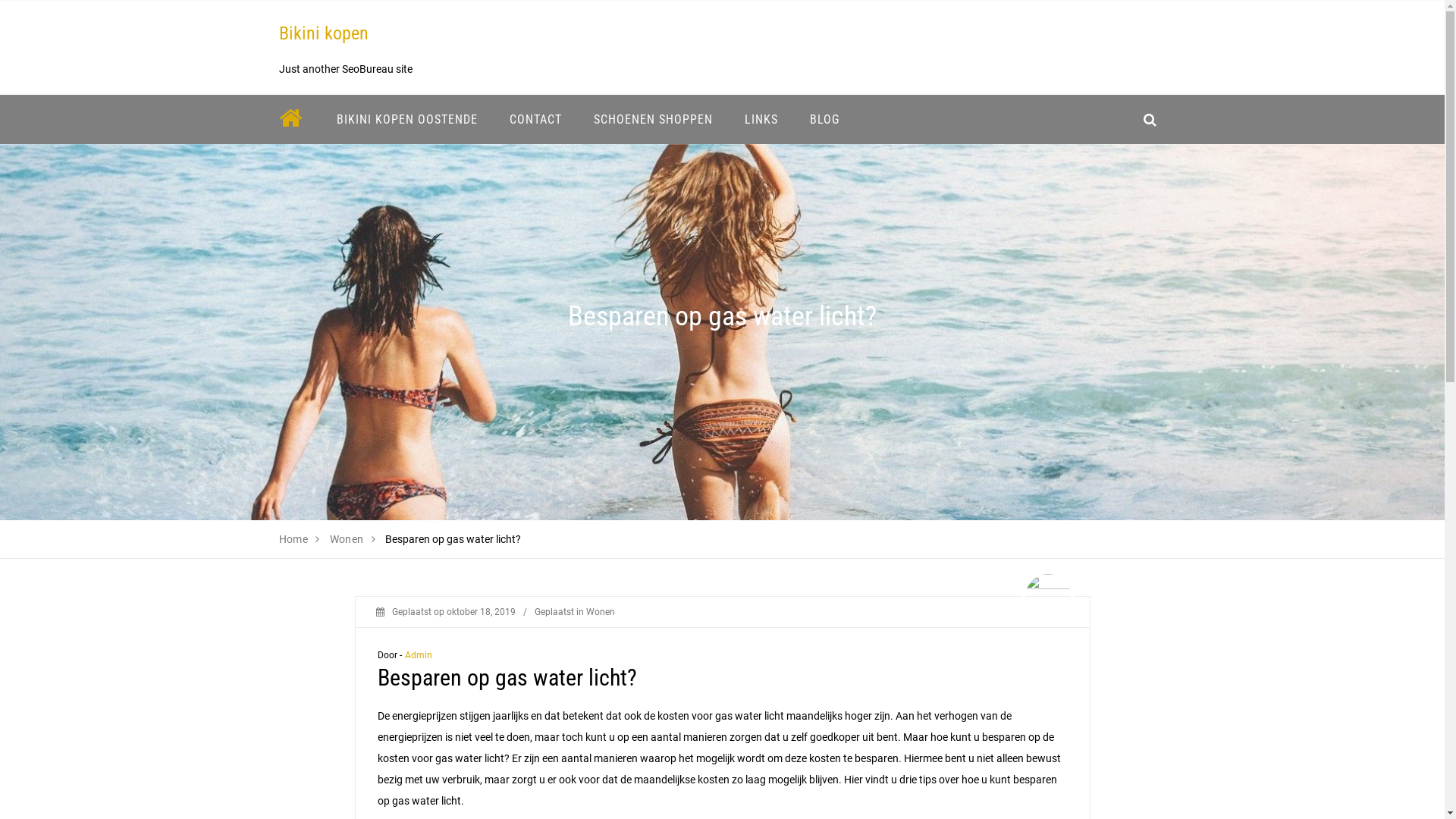  What do you see at coordinates (761, 118) in the screenshot?
I see `'LINKS'` at bounding box center [761, 118].